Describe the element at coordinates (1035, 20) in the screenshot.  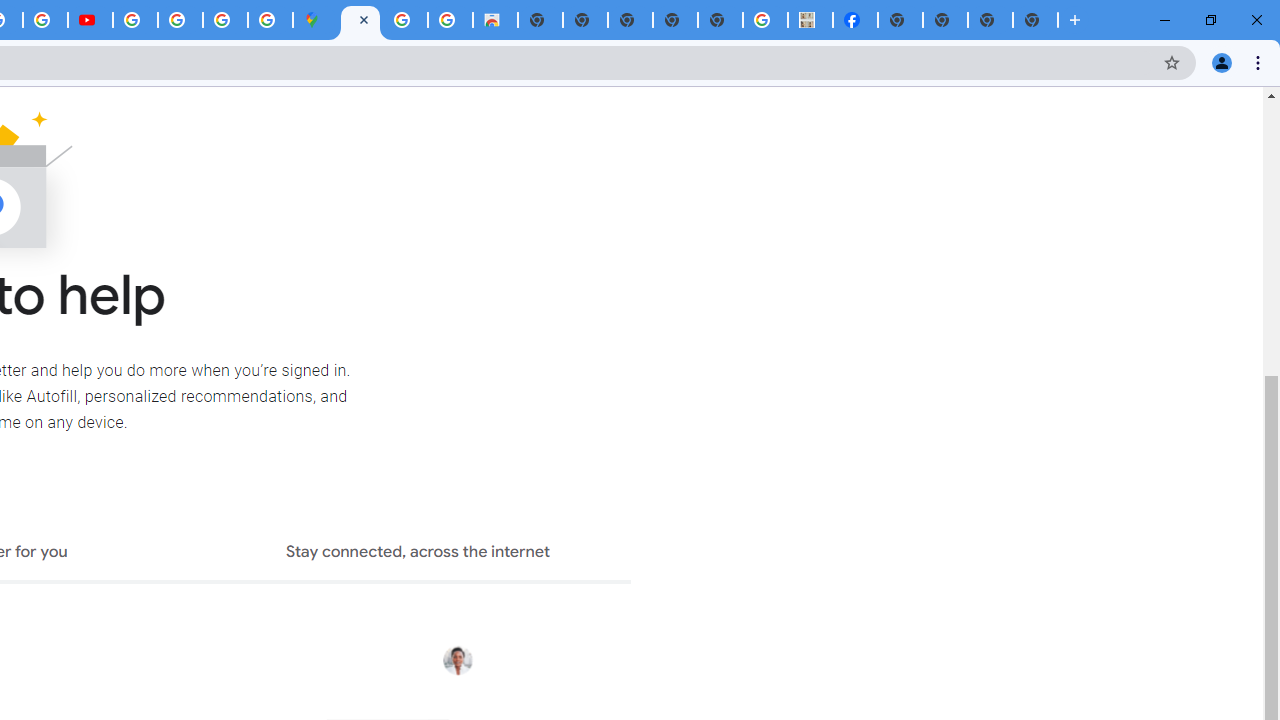
I see `'New Tab'` at that location.